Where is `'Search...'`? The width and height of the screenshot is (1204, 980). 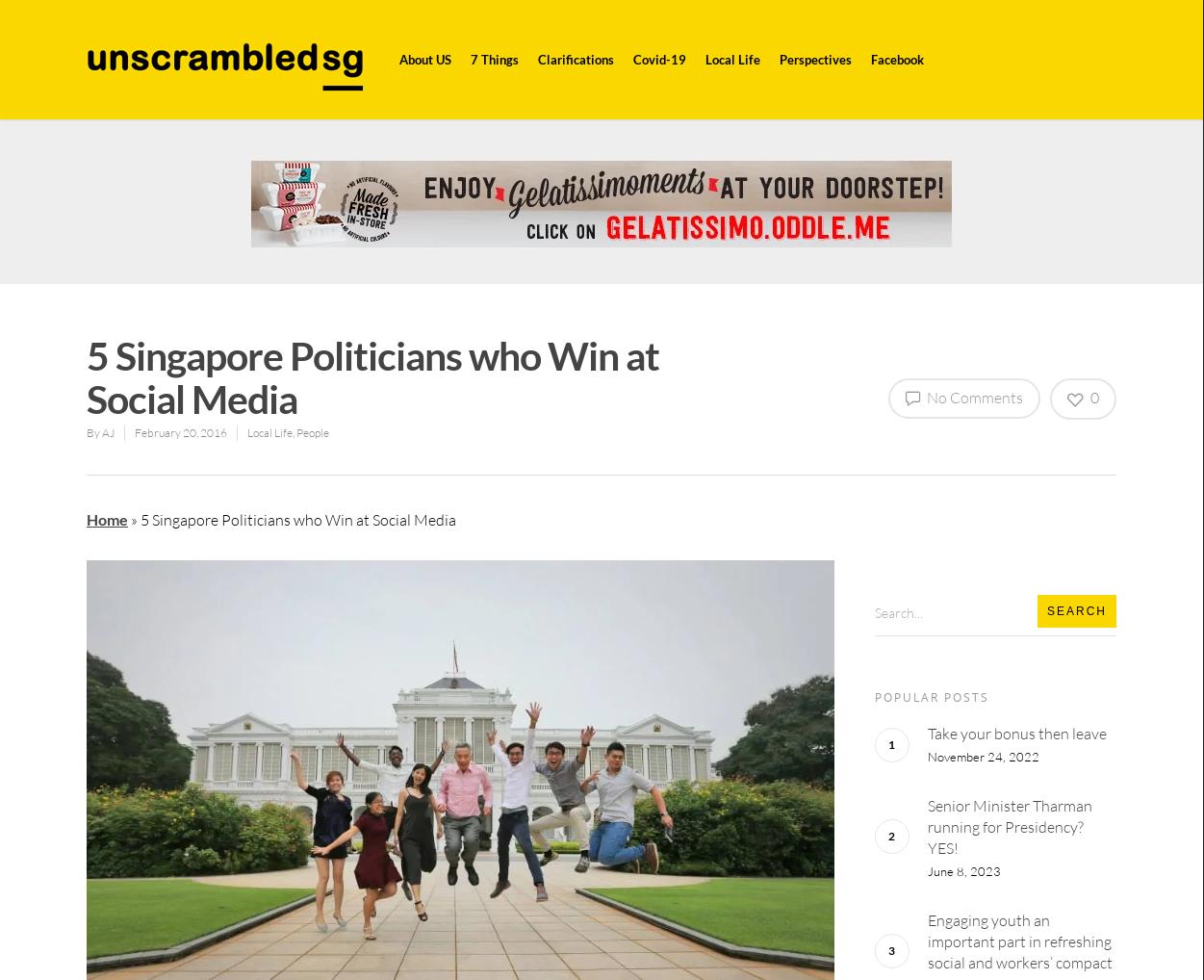 'Search...' is located at coordinates (896, 610).